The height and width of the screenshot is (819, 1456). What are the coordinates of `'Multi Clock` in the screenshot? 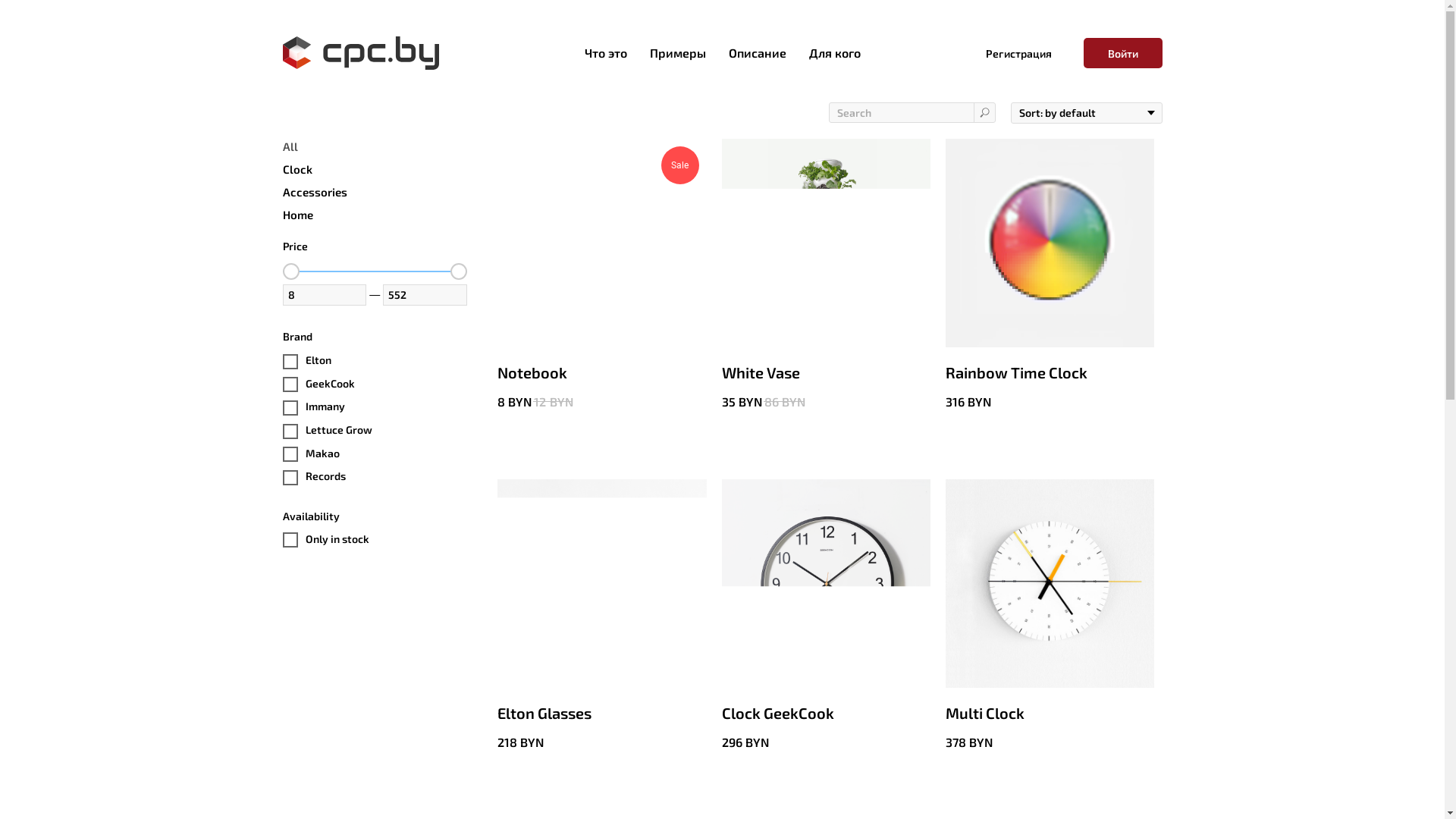 It's located at (1049, 615).